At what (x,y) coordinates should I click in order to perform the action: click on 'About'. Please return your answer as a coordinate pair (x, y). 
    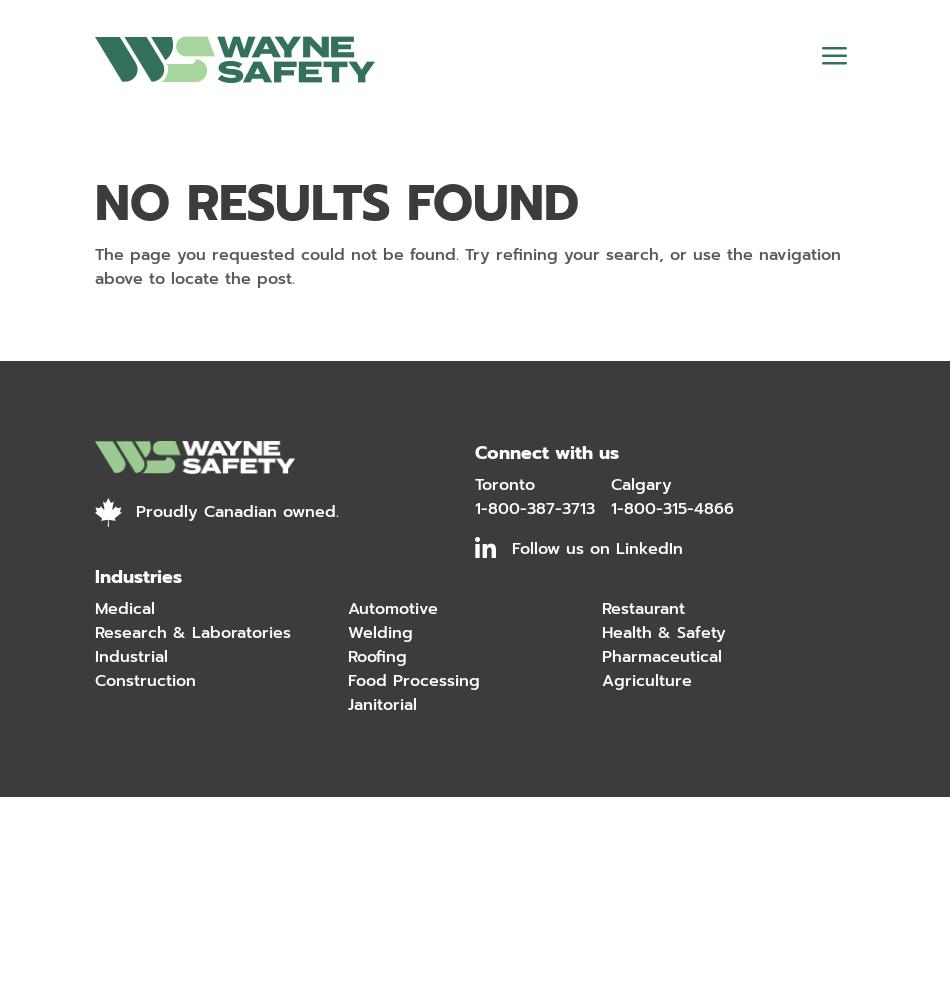
    Looking at the image, I should click on (123, 463).